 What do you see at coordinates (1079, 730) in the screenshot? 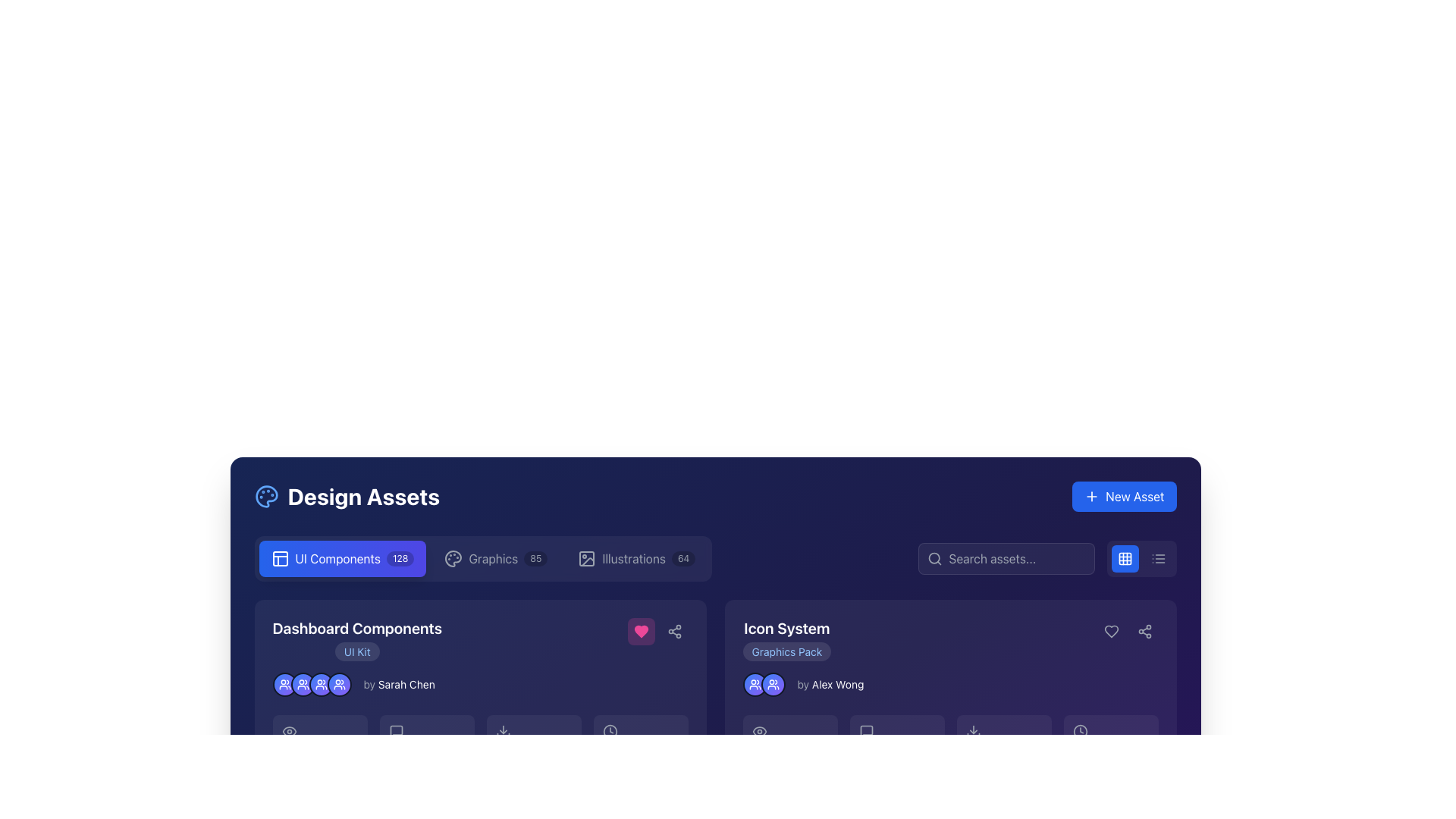
I see `the circular graphical element within the clock icon, which has a light gray stroke and a hollow center, located in the upper right section of the interface` at bounding box center [1079, 730].